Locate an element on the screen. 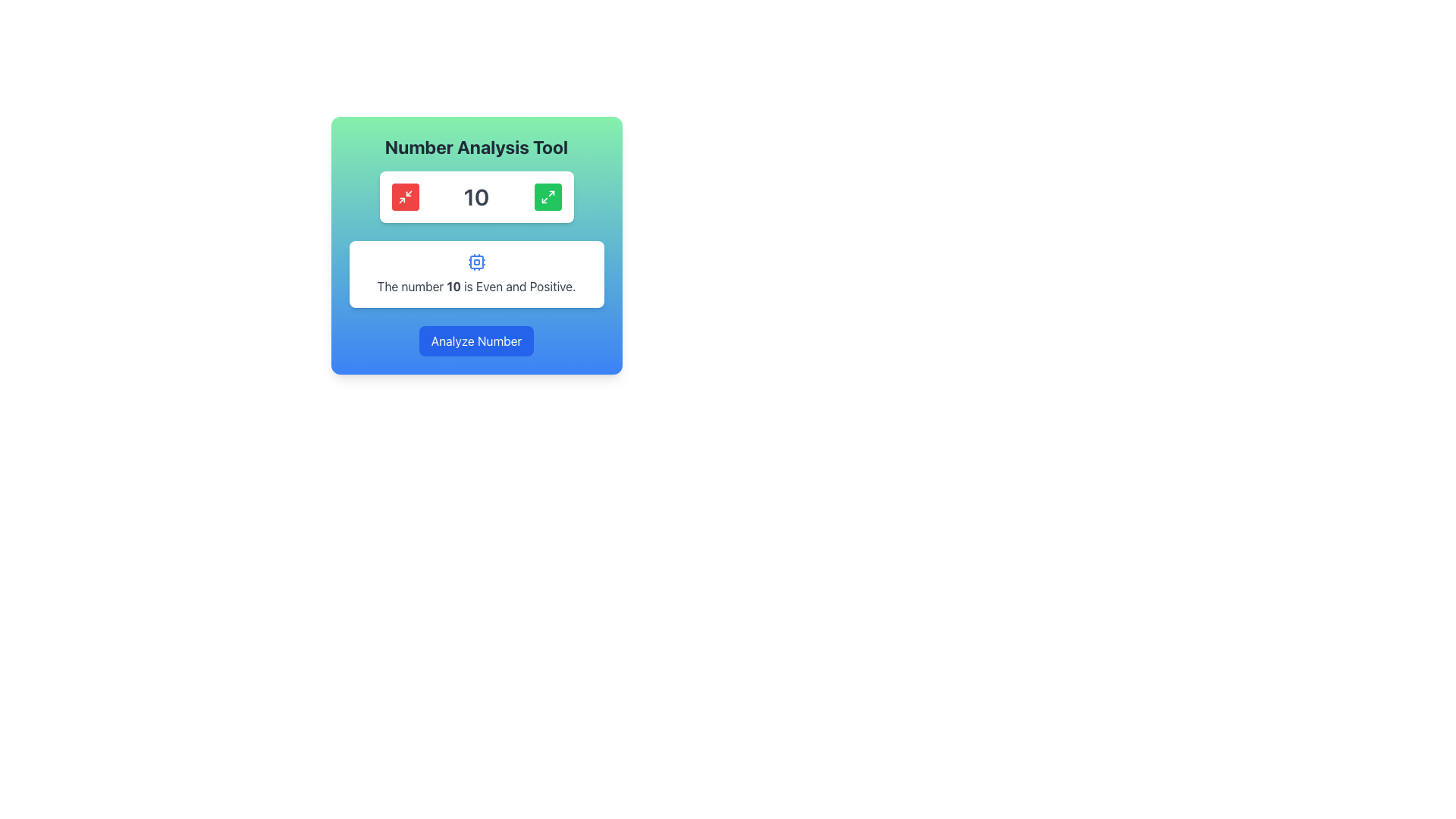 The width and height of the screenshot is (1456, 819). the maximize icon located within the grouped component that includes a title, icons, text, and a button, to increase the displayed number is located at coordinates (475, 245).